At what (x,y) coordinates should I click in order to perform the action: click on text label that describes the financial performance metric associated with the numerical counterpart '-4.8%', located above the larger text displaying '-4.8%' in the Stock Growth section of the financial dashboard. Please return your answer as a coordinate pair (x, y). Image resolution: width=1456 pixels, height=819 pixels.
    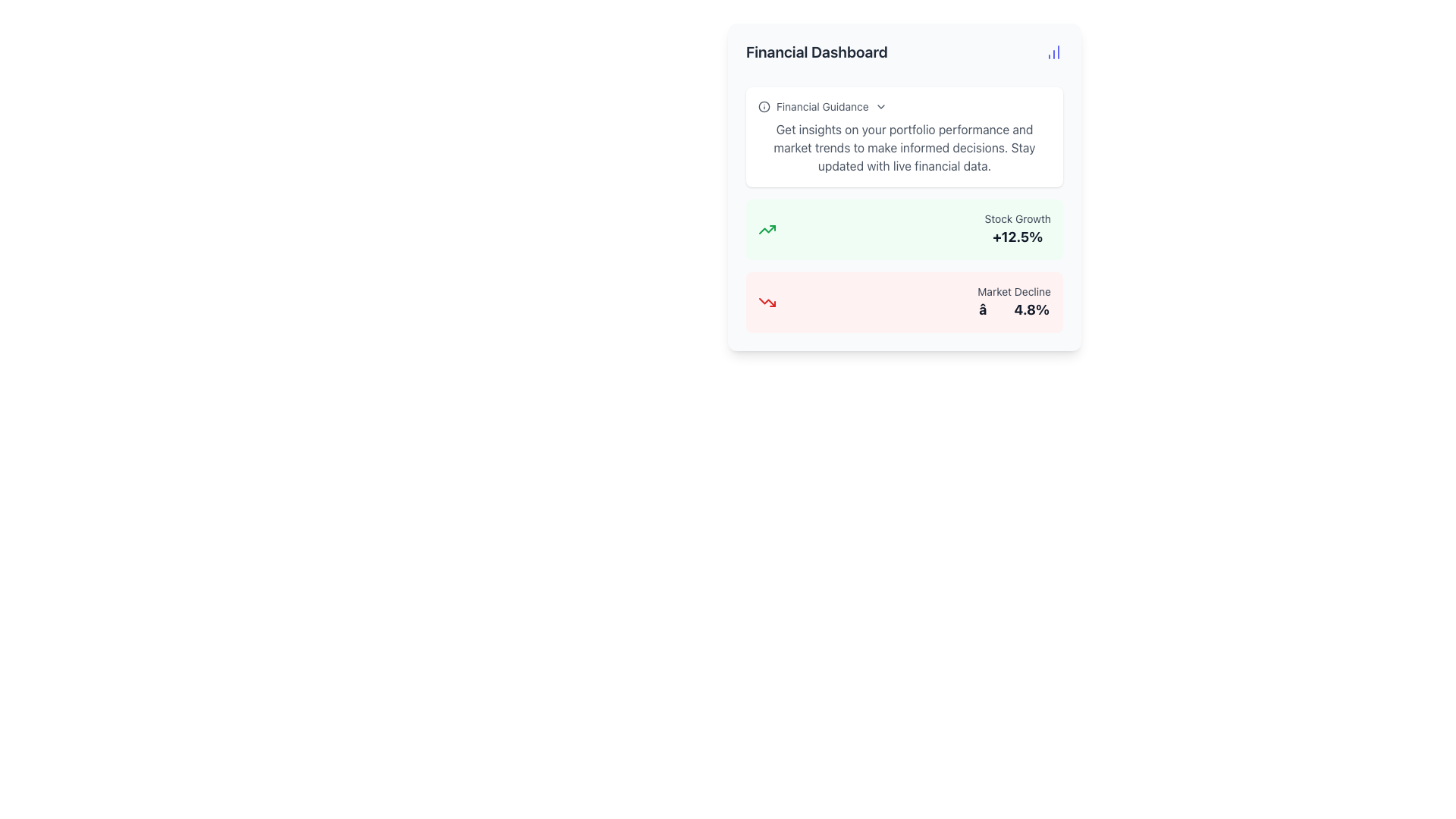
    Looking at the image, I should click on (1014, 292).